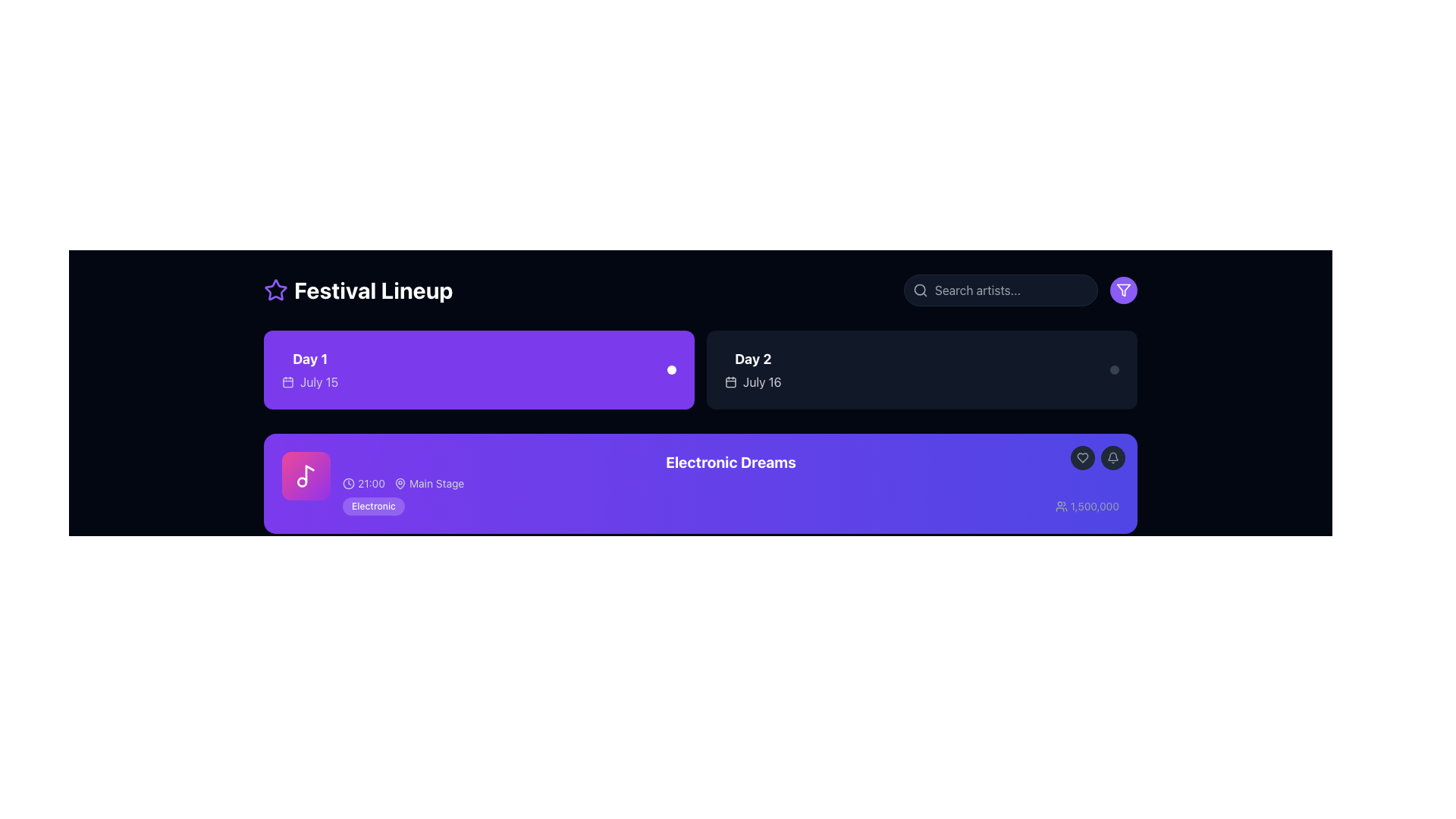  What do you see at coordinates (305, 475) in the screenshot?
I see `the musical note icon located inside the pink rounded square for navigation or actions` at bounding box center [305, 475].